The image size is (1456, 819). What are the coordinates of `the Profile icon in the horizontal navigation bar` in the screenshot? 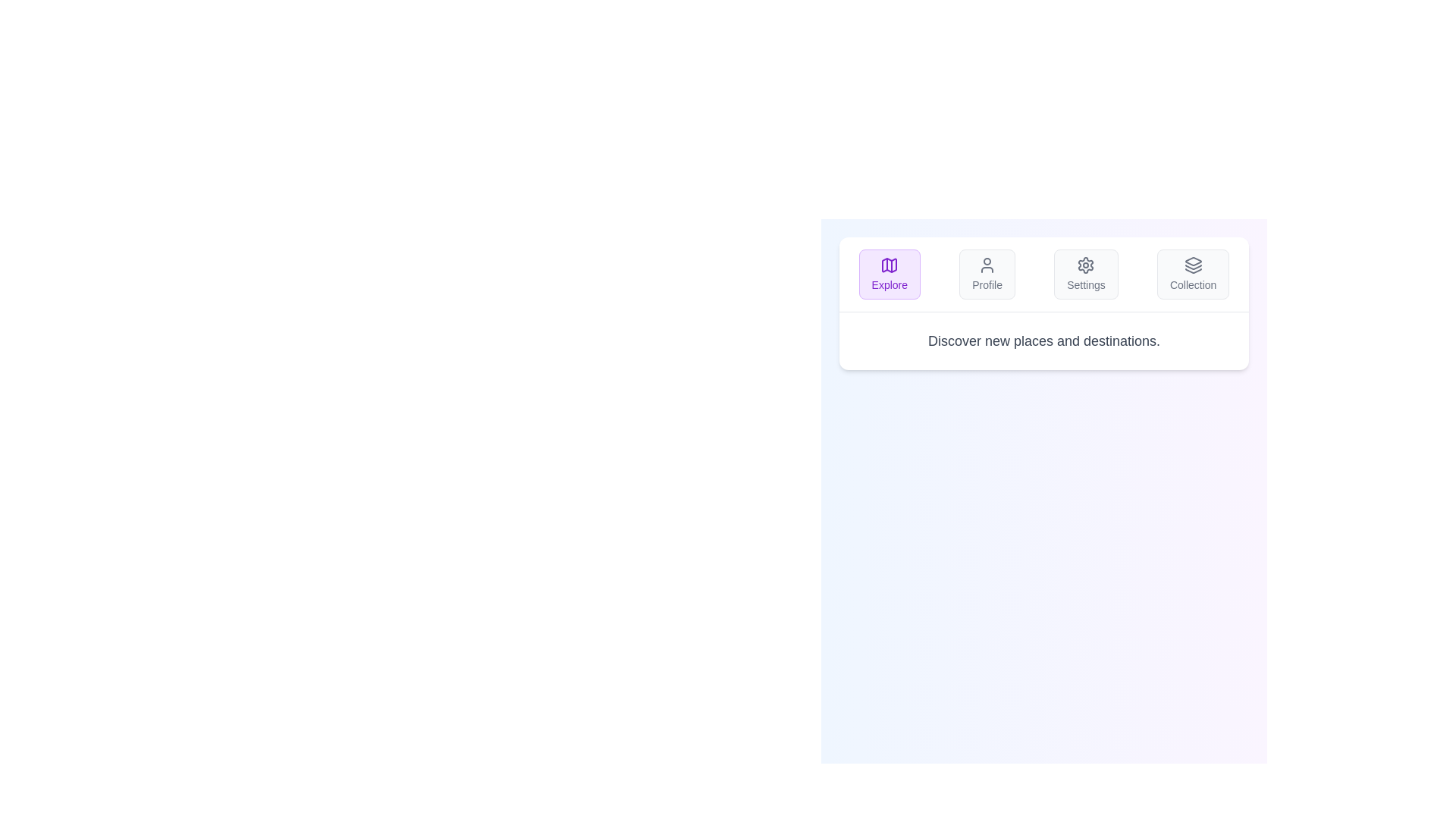 It's located at (987, 265).